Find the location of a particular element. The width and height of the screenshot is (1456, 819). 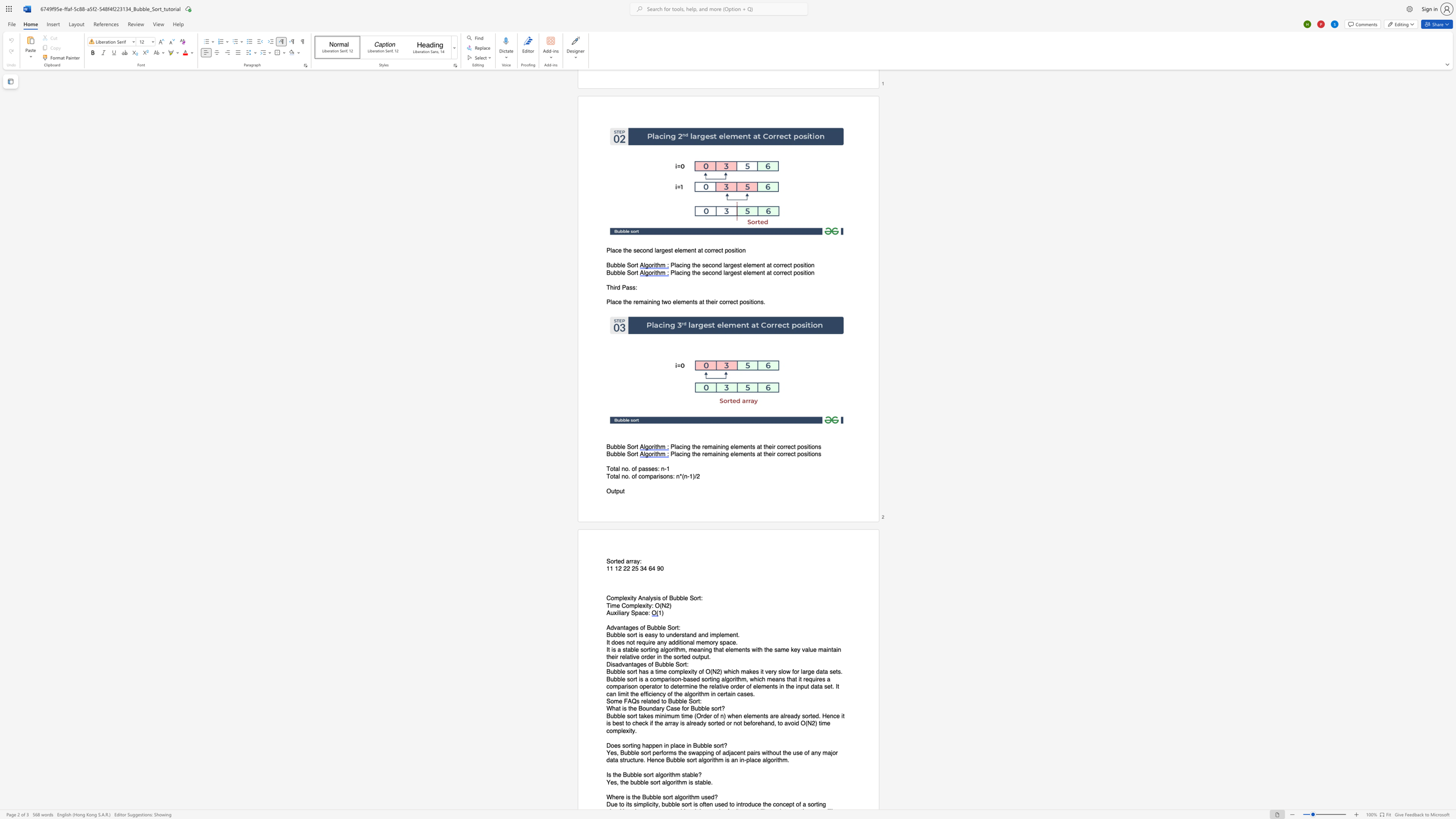

the space between the continuous character "t" and "o" in the text is located at coordinates (661, 635).